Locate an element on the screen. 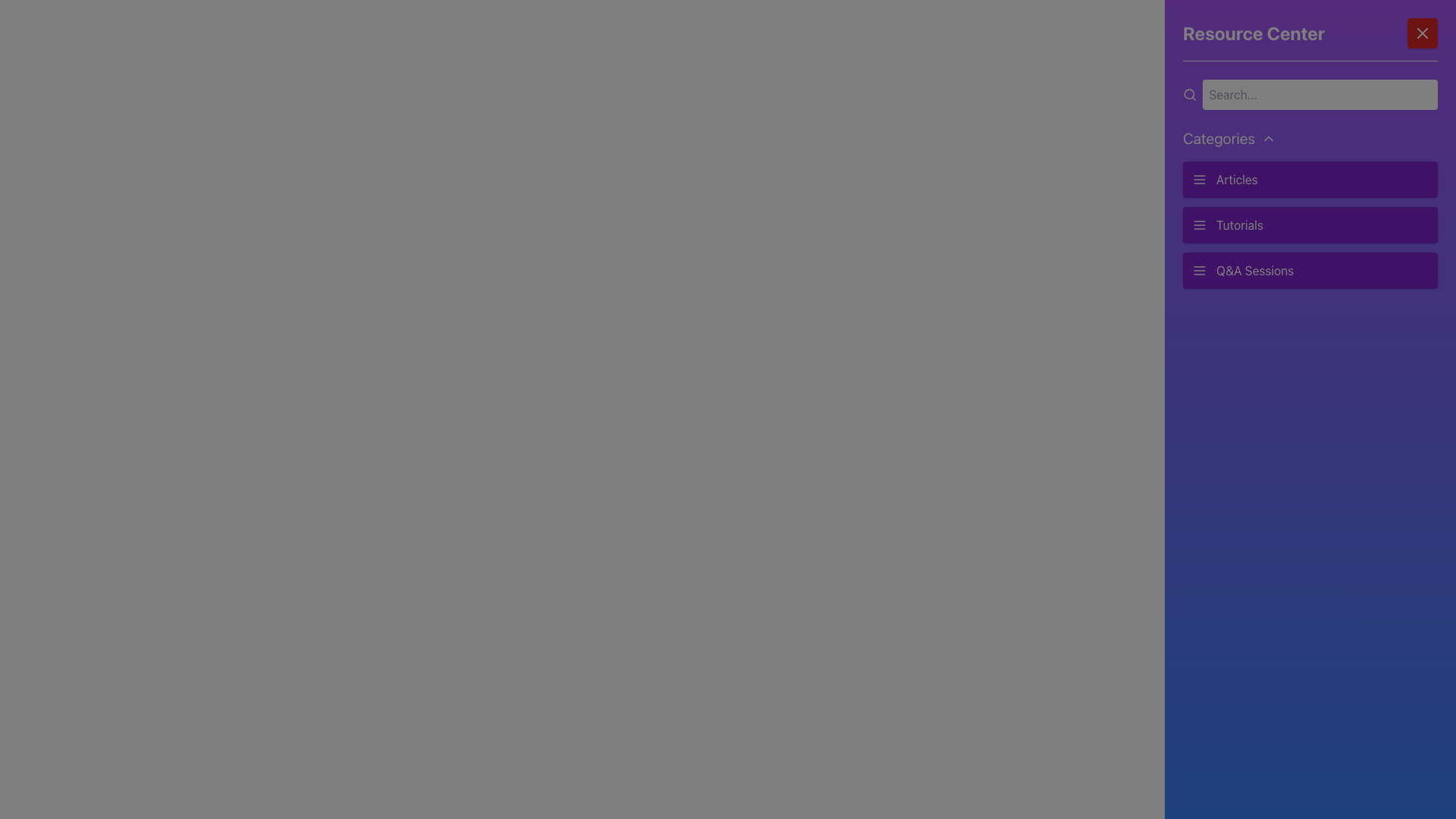 The height and width of the screenshot is (819, 1456). the hamburger menu icon located to the left of the 'Q&A Sessions' label in the 'Resource Center' panel is located at coordinates (1199, 270).